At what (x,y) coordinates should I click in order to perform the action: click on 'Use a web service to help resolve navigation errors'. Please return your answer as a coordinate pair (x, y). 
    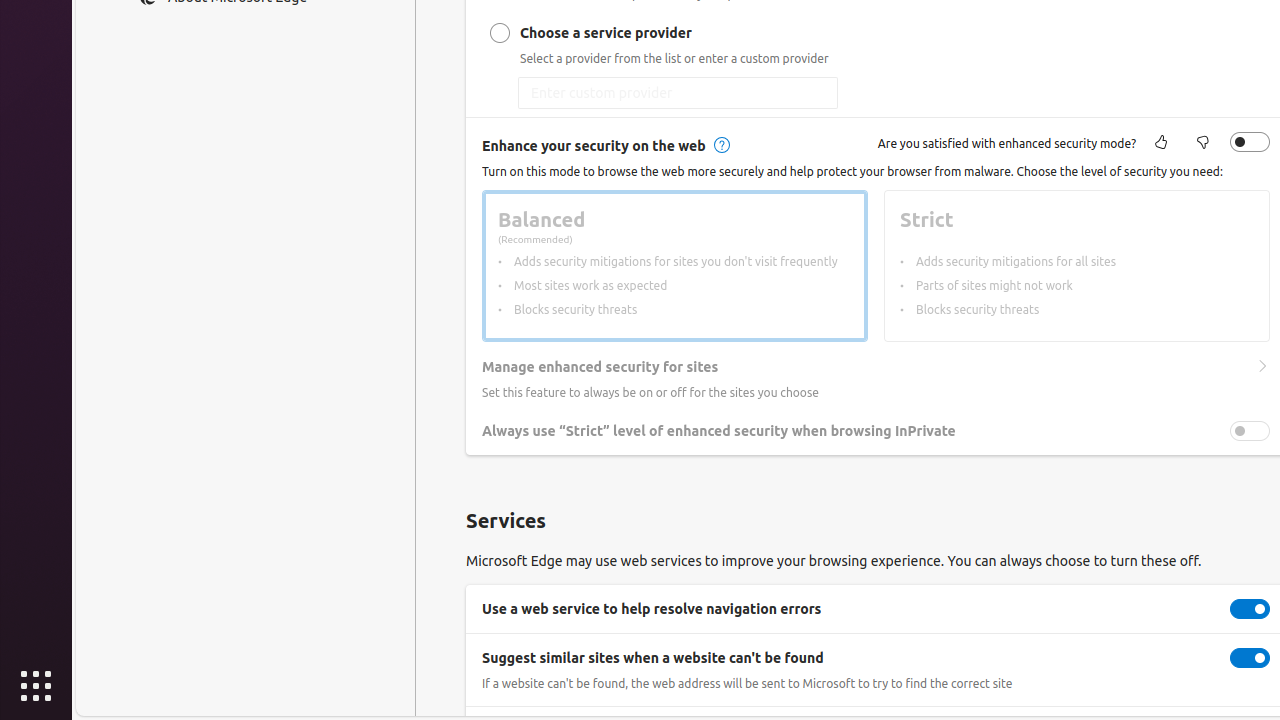
    Looking at the image, I should click on (1249, 607).